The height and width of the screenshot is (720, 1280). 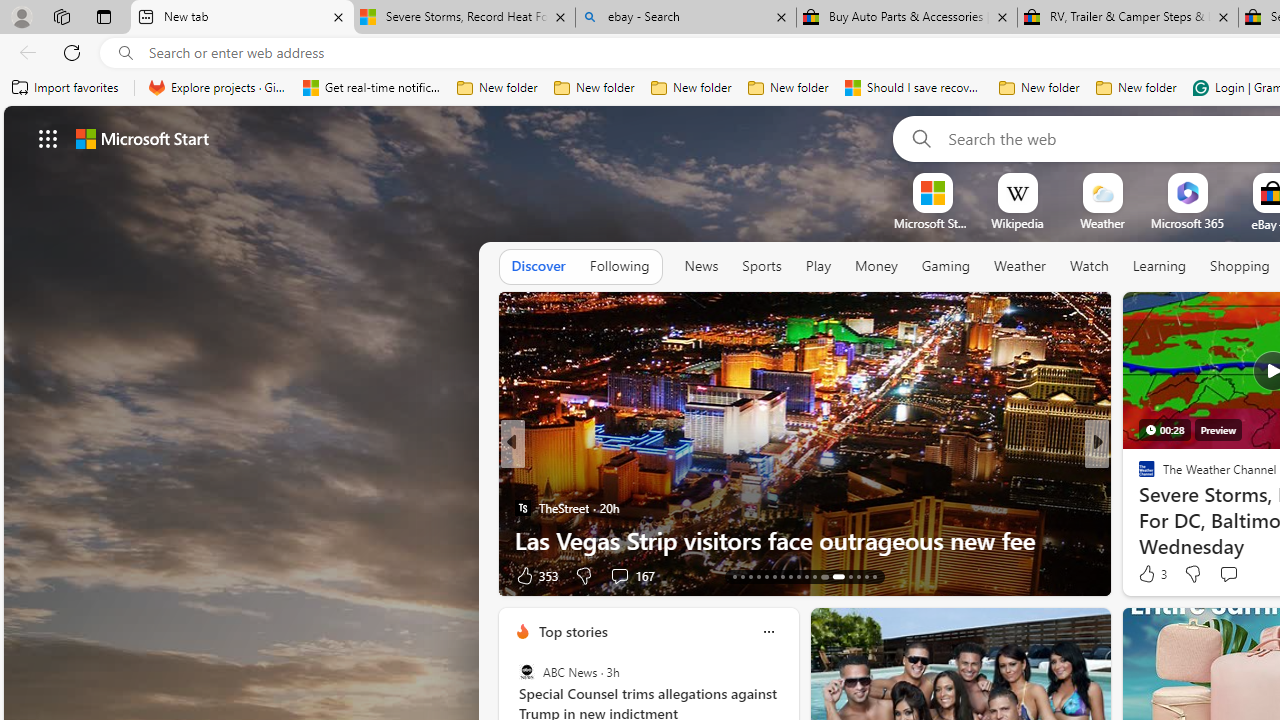 What do you see at coordinates (1138, 506) in the screenshot?
I see `'Dailymotion'` at bounding box center [1138, 506].